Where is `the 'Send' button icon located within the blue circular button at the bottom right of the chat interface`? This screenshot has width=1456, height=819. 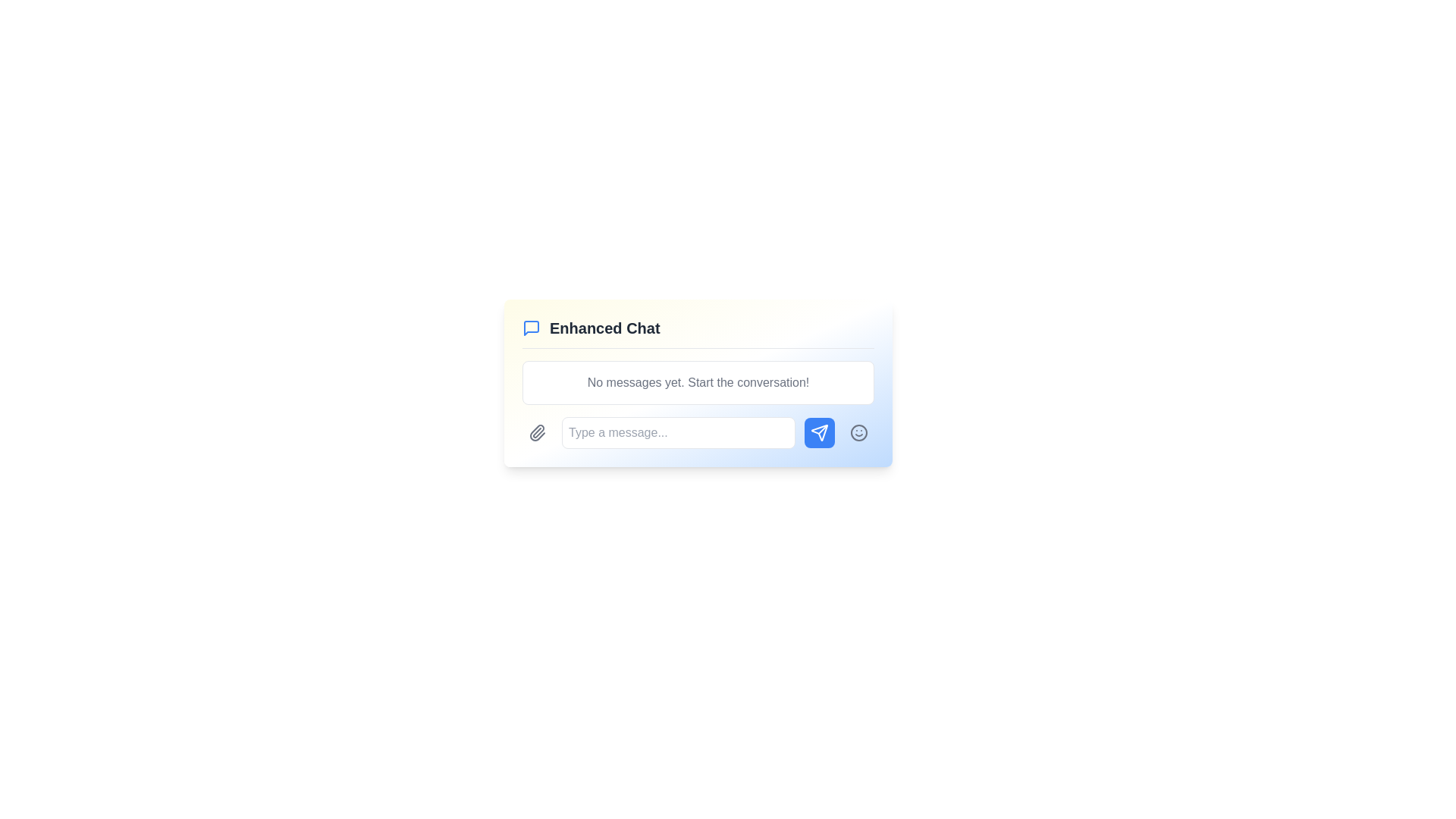 the 'Send' button icon located within the blue circular button at the bottom right of the chat interface is located at coordinates (818, 432).